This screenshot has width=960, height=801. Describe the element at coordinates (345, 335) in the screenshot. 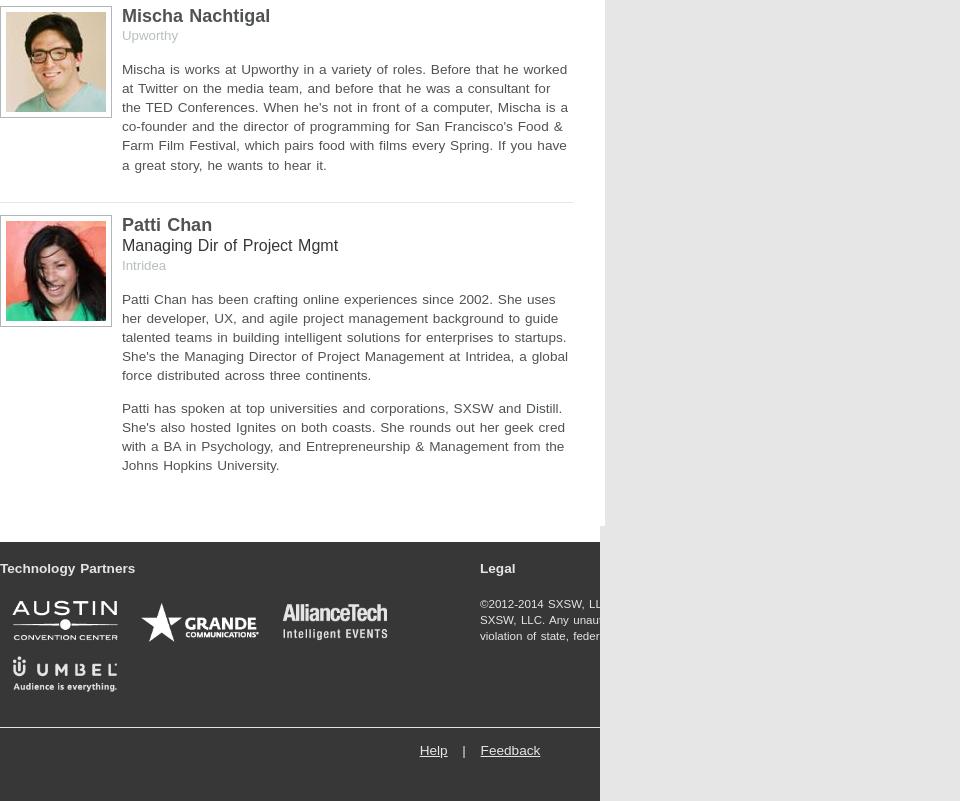

I see `'Patti Chan has been crafting online experiences since 2002. She uses her developer, UX, and agile project management background to guide talented teams in building intelligent solutions for enterprises to startups. She's the Managing Director of Project Management at Intridea, a global force distributed across three continents.'` at that location.